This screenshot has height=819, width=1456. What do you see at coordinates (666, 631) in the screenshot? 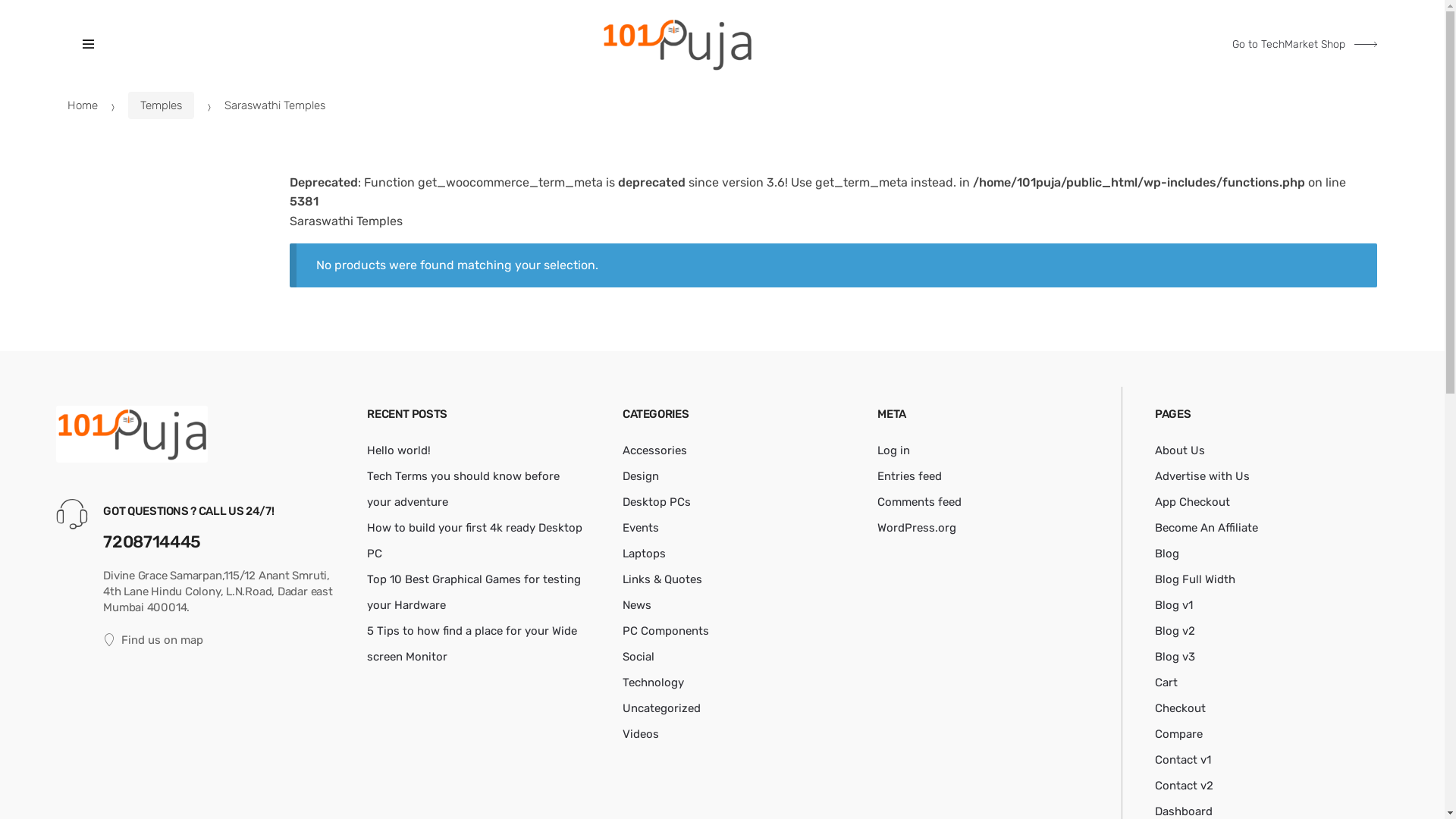
I see `'PC Components'` at bounding box center [666, 631].